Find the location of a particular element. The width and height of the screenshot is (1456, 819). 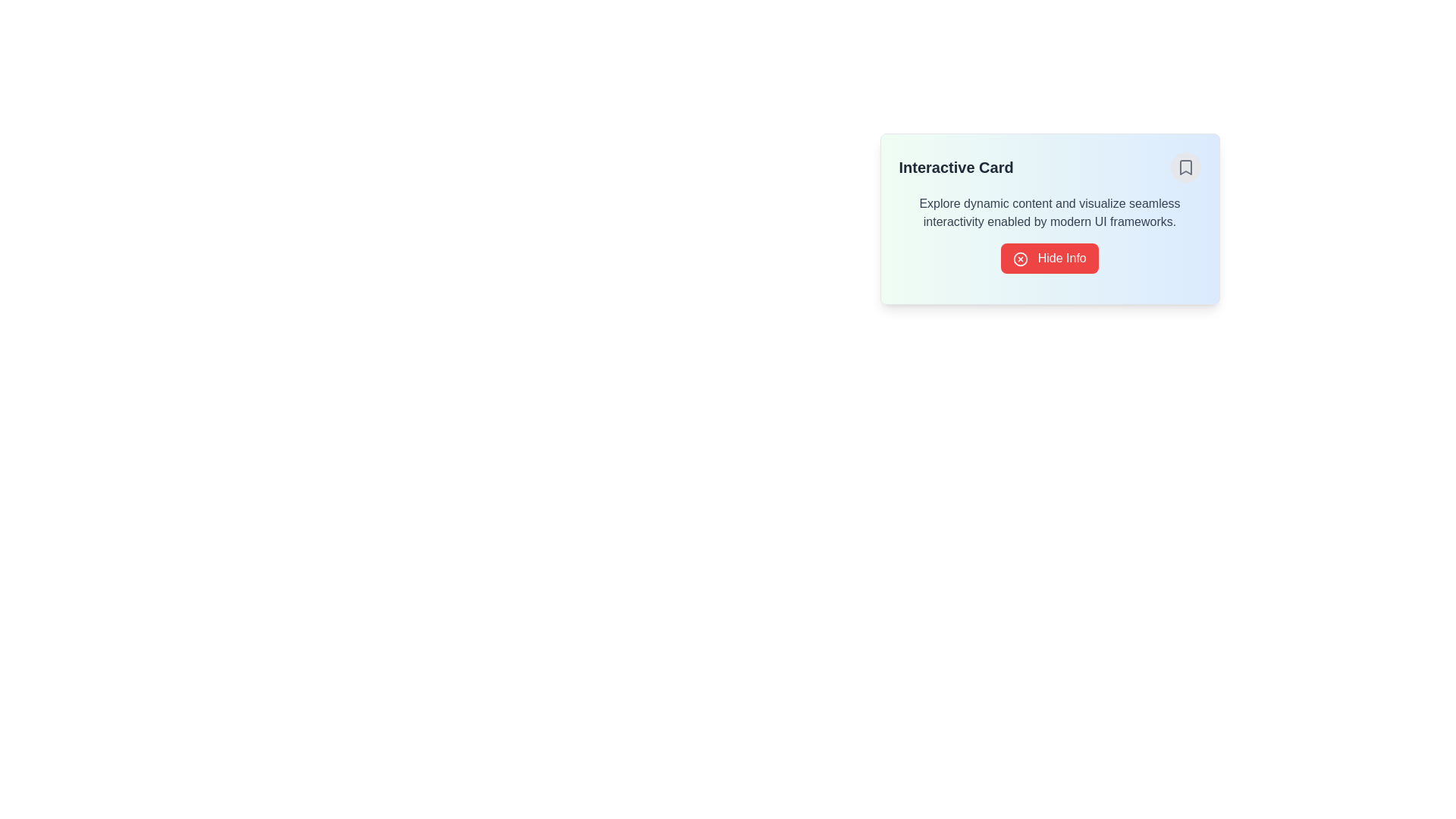

the bookmark icon located at the top-right corner inside the card UI component is located at coordinates (1185, 167).